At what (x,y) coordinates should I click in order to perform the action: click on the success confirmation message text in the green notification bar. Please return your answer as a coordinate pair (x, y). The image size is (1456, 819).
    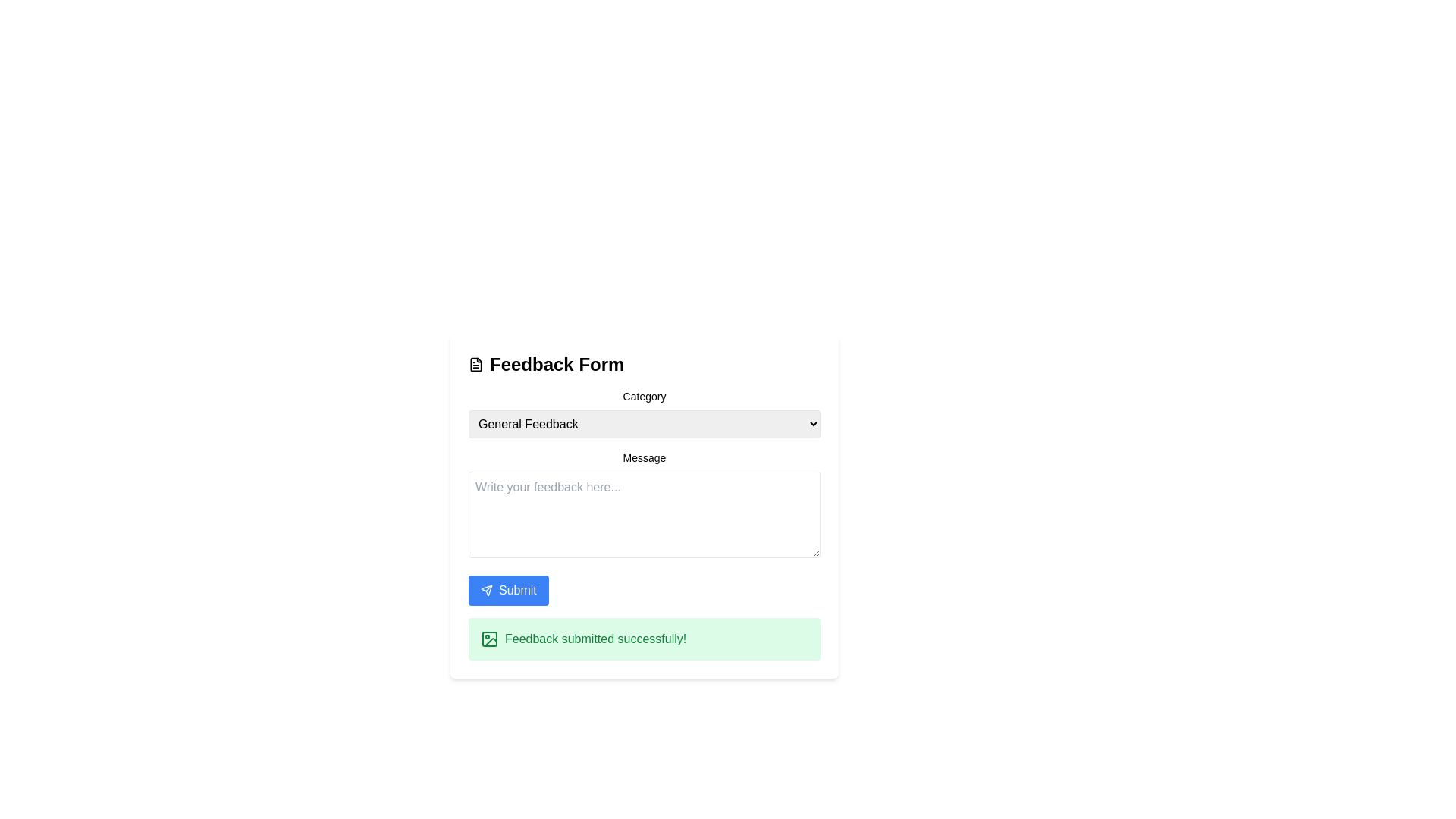
    Looking at the image, I should click on (595, 639).